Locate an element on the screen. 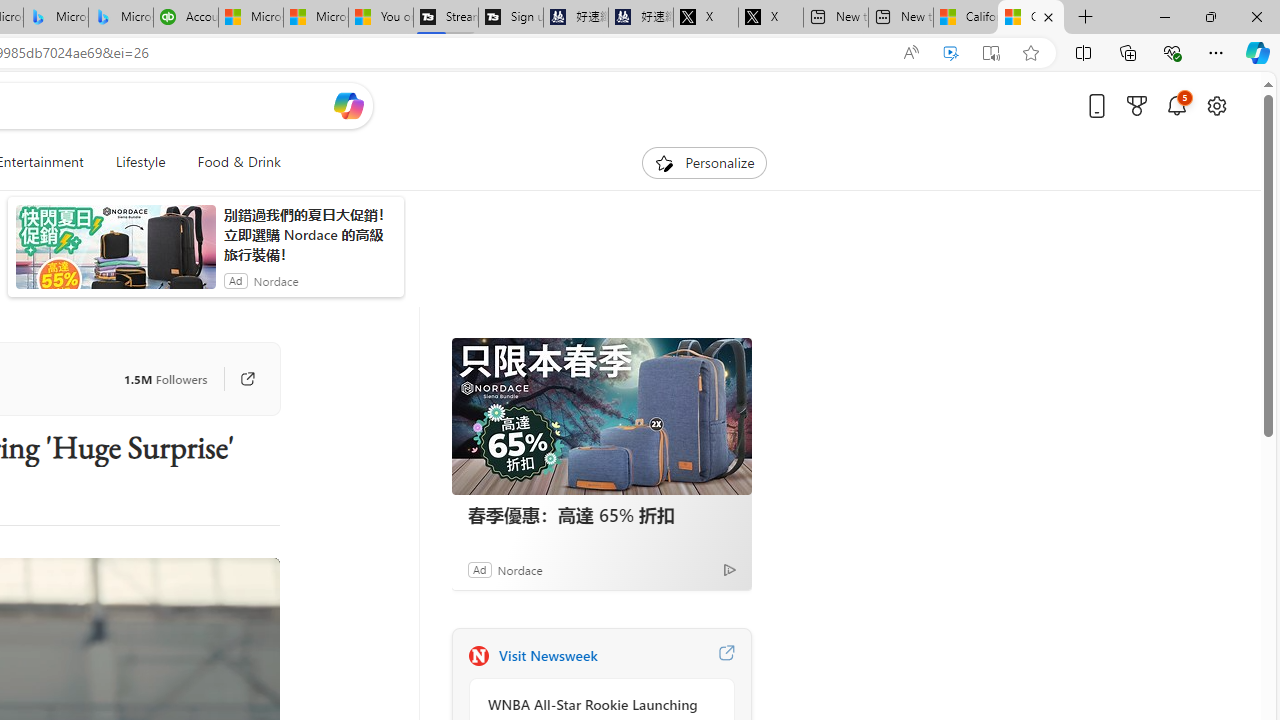 The image size is (1280, 720). 'Enhance video' is located at coordinates (950, 52).